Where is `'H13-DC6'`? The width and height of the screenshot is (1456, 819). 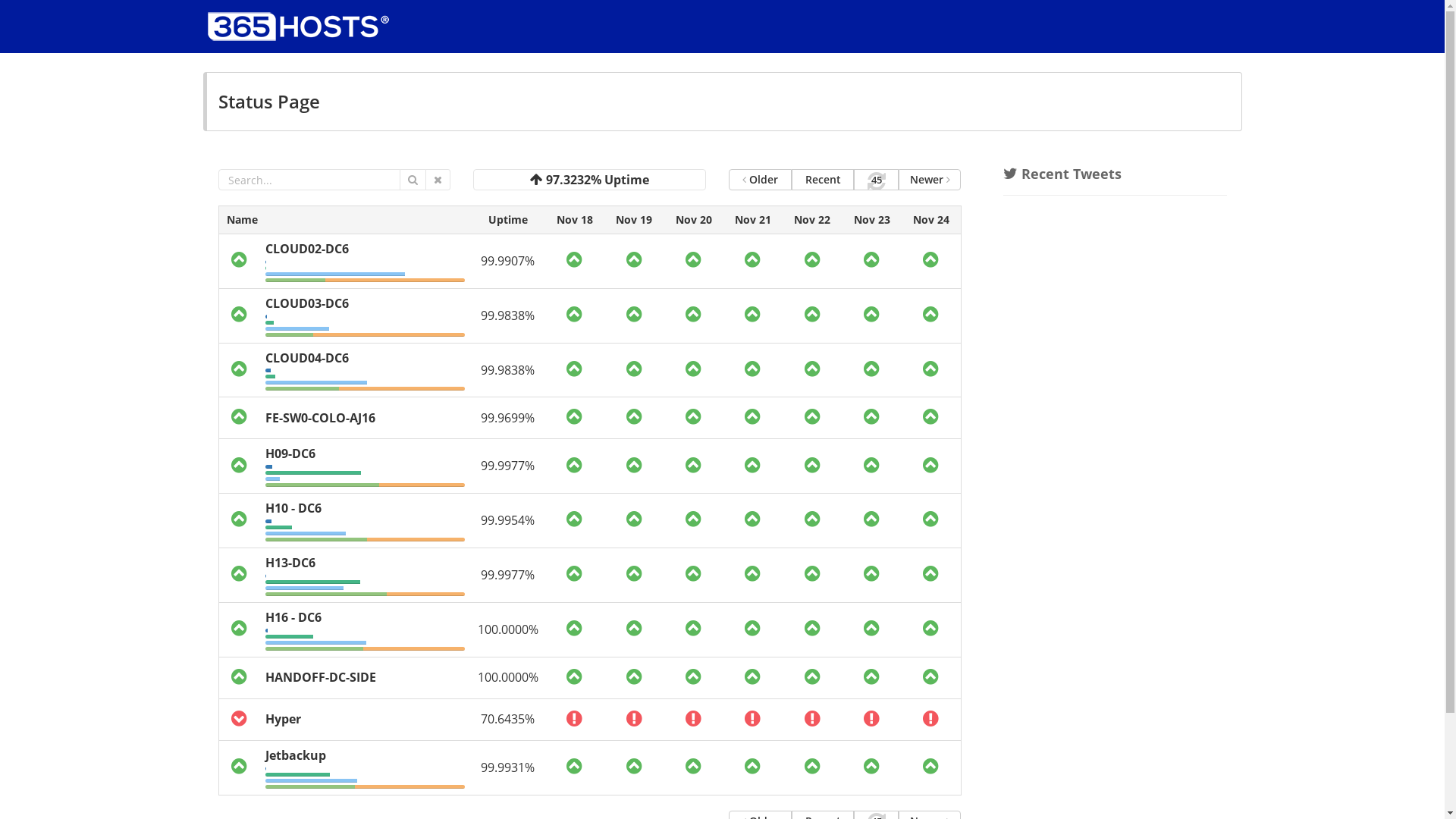 'H13-DC6' is located at coordinates (290, 562).